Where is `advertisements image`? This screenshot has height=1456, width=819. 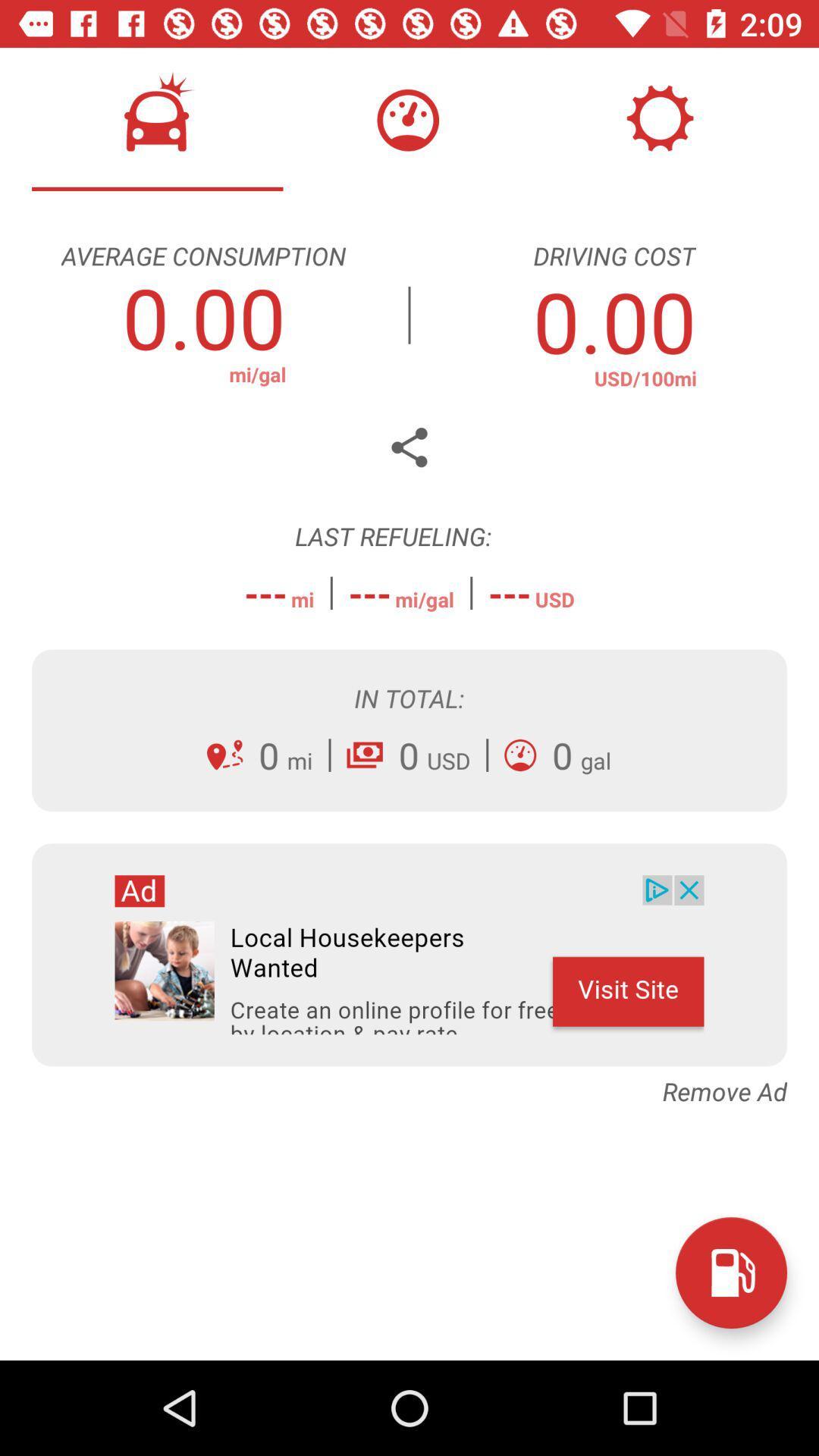 advertisements image is located at coordinates (409, 954).